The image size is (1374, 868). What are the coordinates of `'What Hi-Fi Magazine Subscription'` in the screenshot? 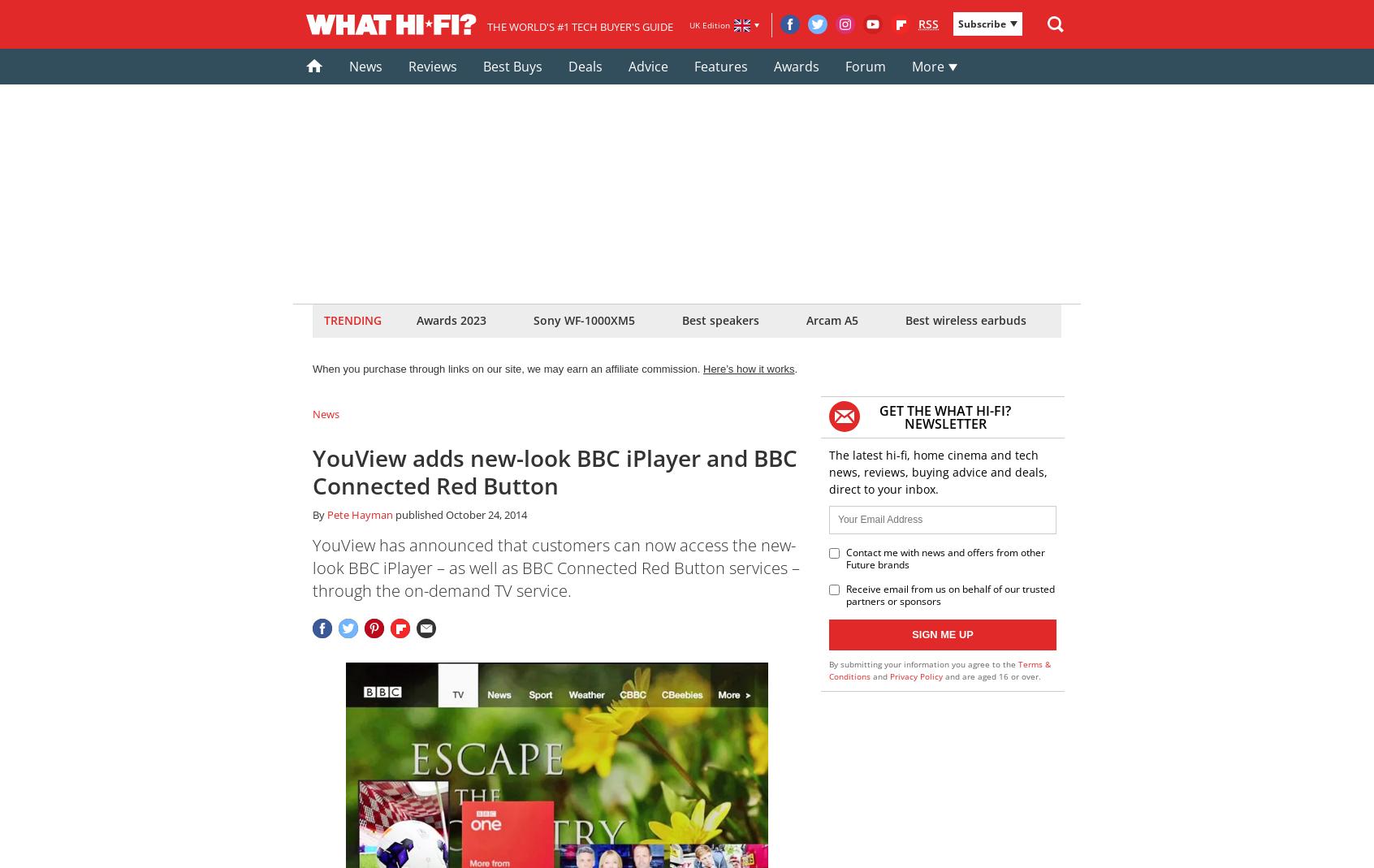 It's located at (564, 106).